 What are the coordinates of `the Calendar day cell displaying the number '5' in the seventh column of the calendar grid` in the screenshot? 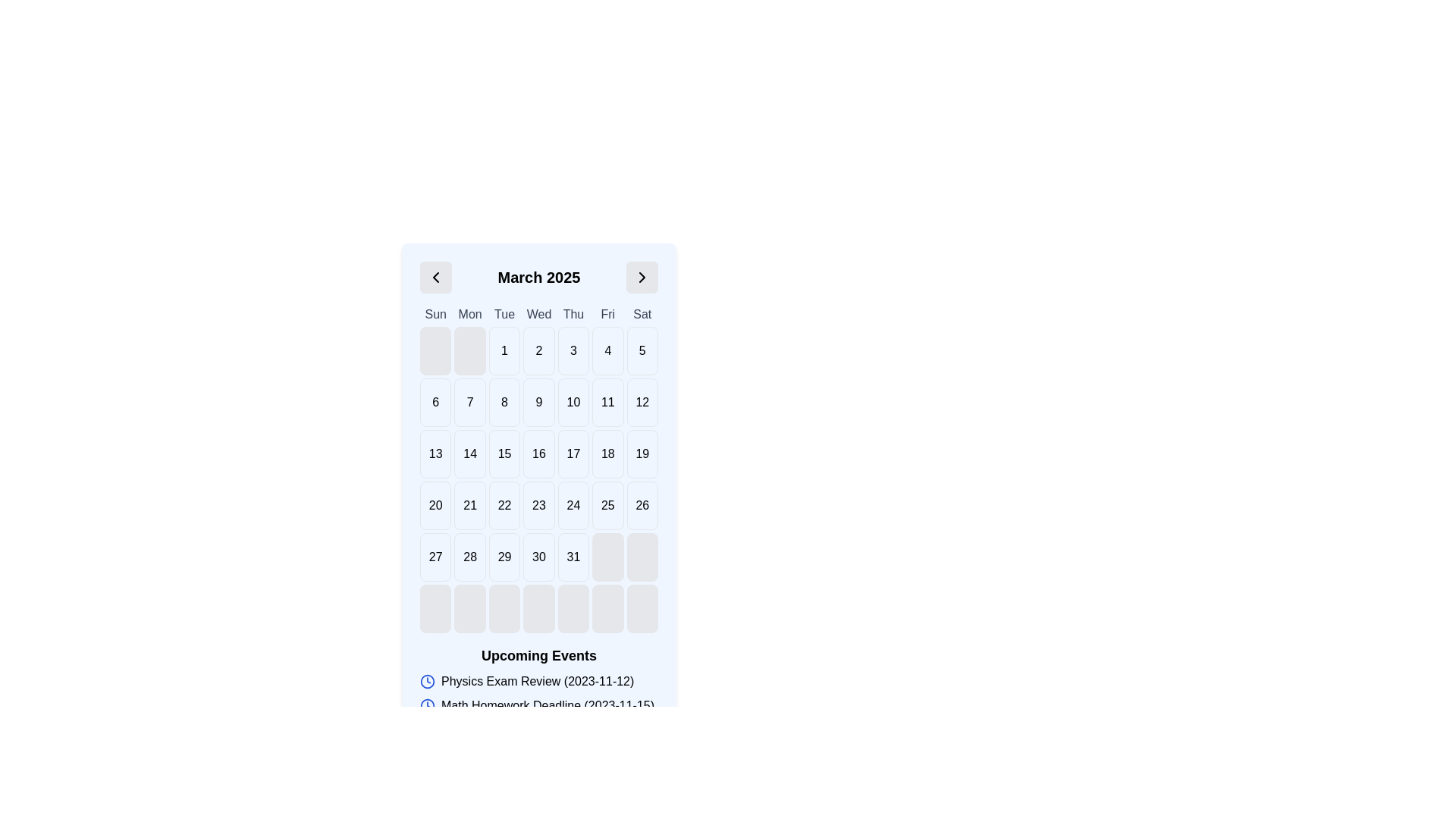 It's located at (642, 350).